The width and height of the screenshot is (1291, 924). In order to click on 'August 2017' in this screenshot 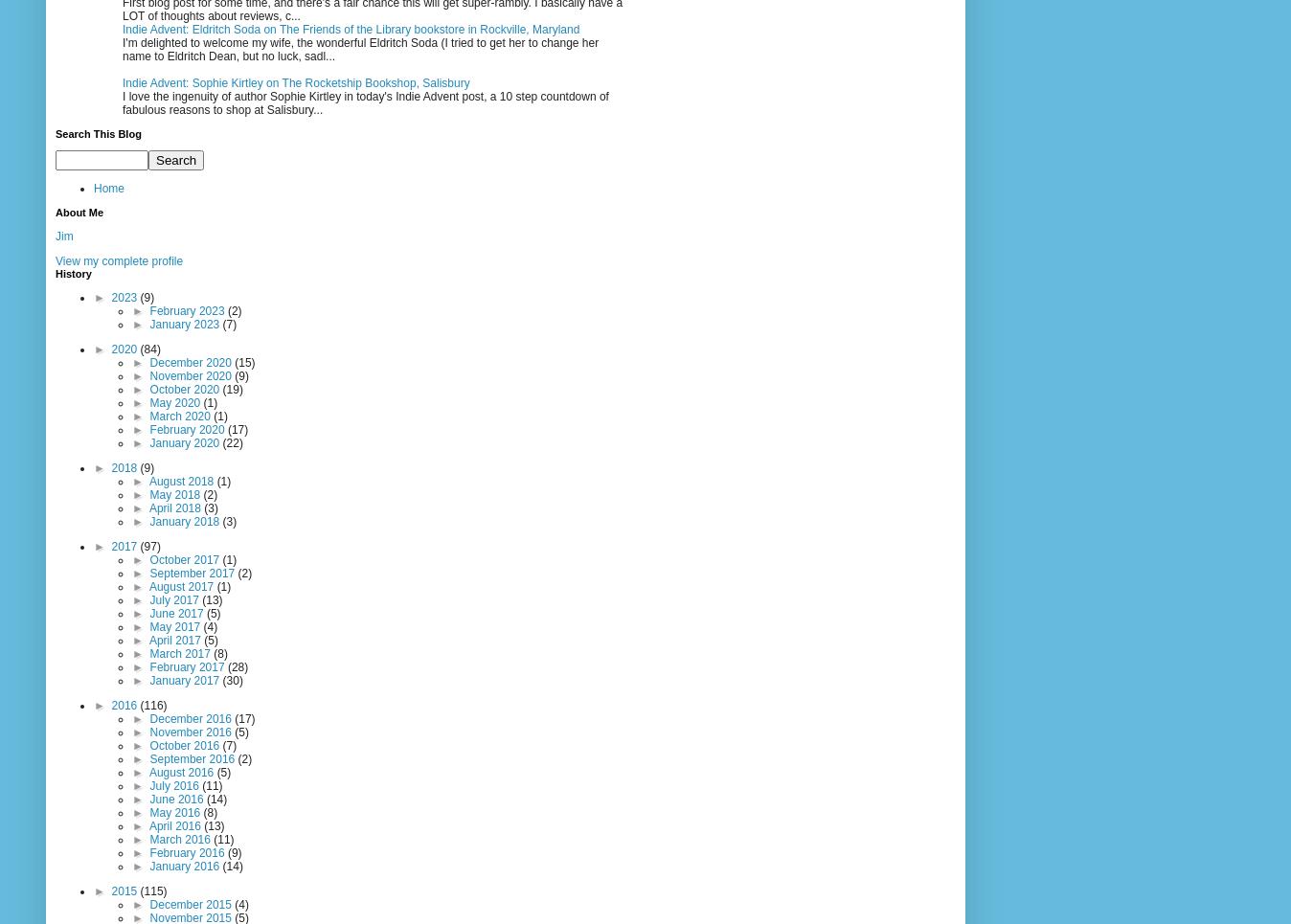, I will do `click(182, 585)`.